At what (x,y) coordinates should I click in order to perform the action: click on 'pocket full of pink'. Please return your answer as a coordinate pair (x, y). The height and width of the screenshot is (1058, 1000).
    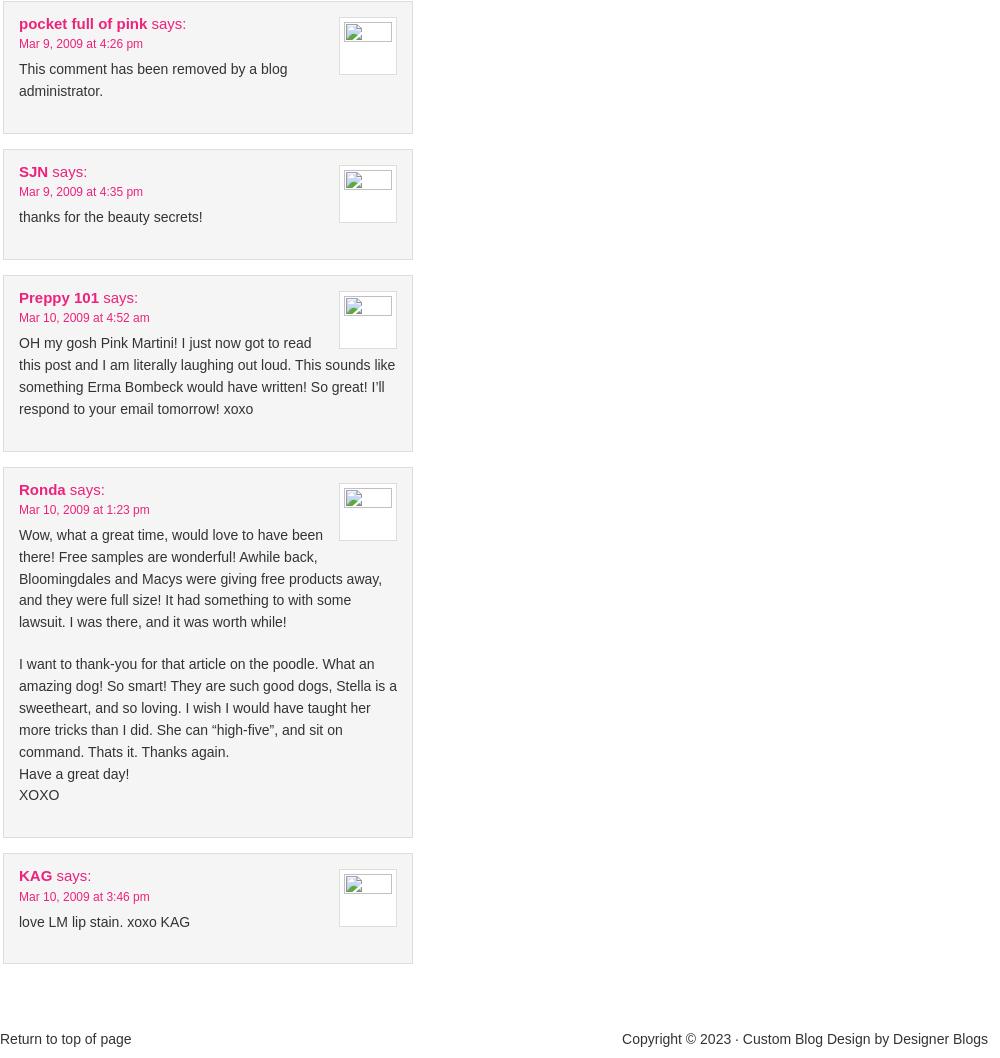
    Looking at the image, I should click on (19, 22).